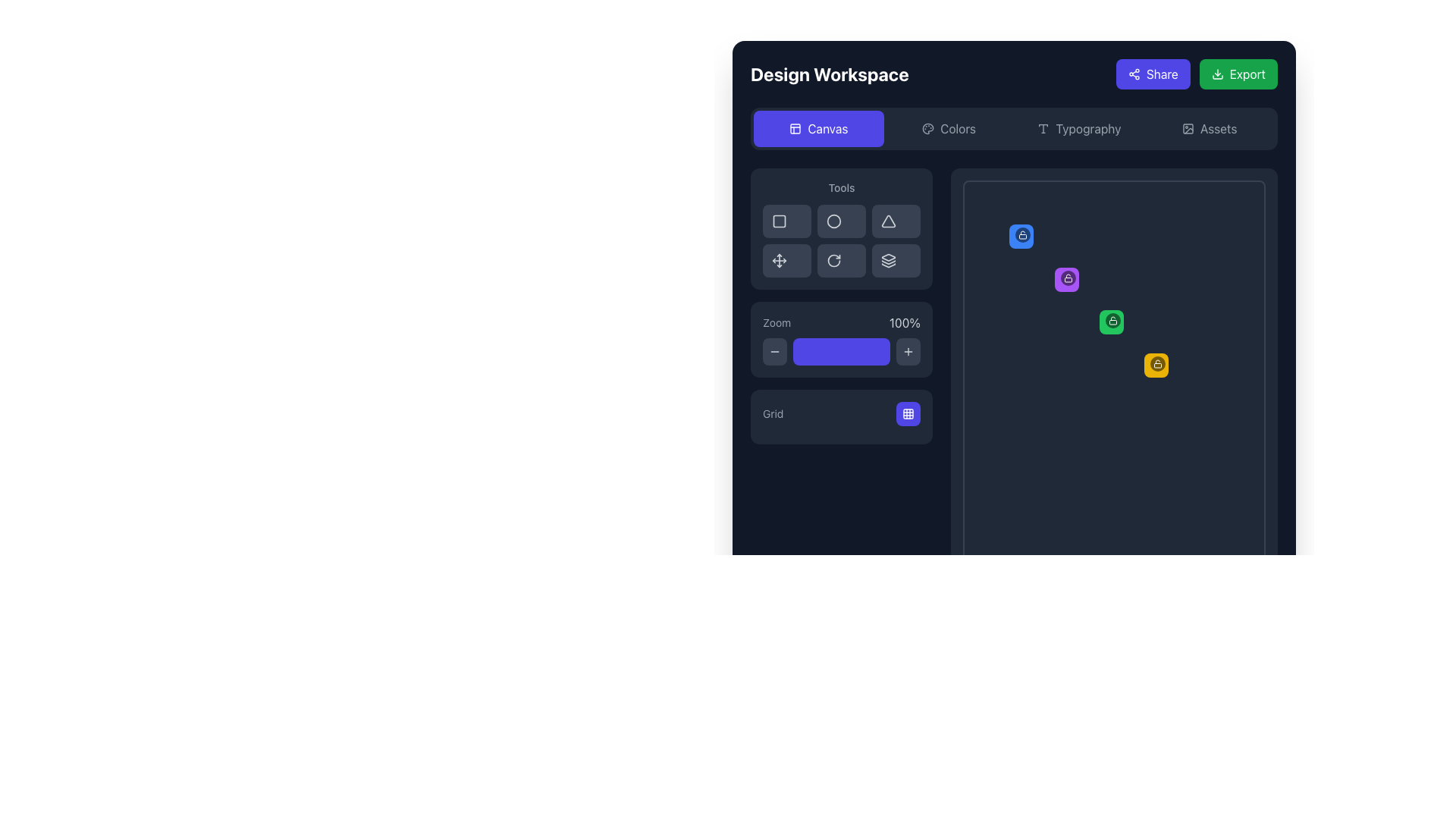 This screenshot has height=819, width=1456. I want to click on the button that navigates to the 'Assets' section, located in the top-right section of the interface, as the fourth item in the navigation bar, so click(1209, 127).